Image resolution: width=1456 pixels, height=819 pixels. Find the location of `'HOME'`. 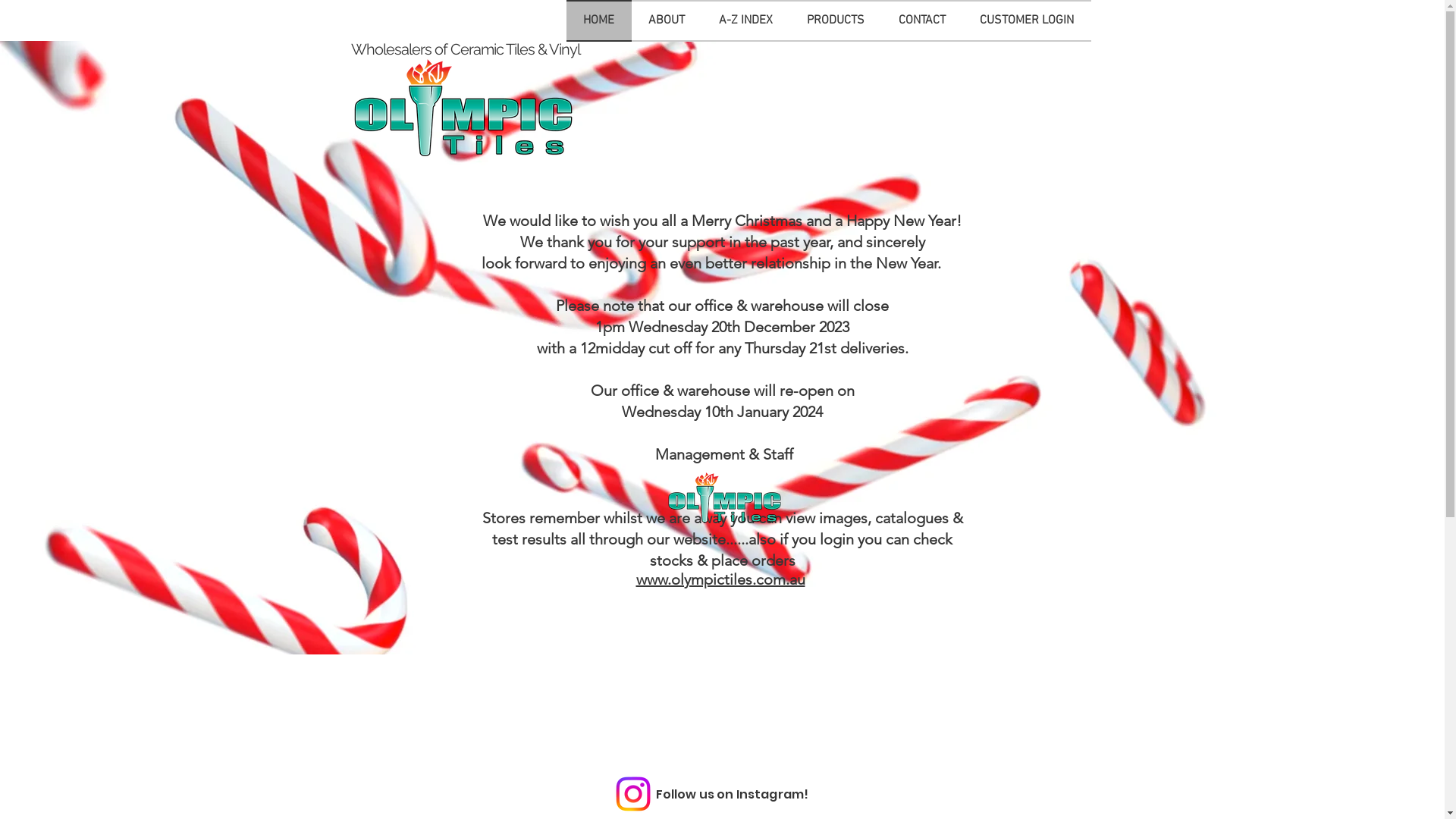

'HOME' is located at coordinates (597, 20).